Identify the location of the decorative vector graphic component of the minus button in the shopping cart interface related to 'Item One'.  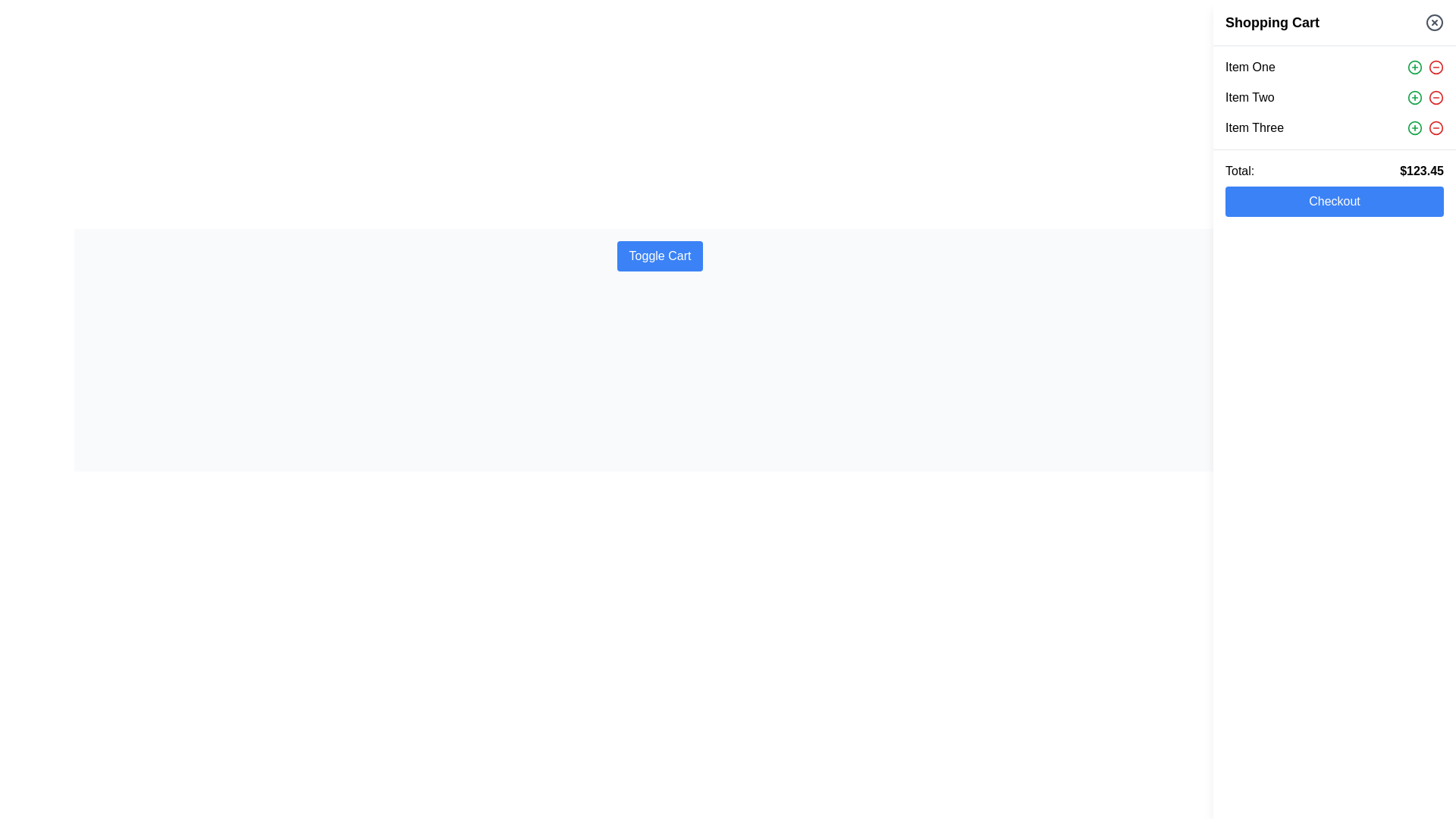
(1436, 66).